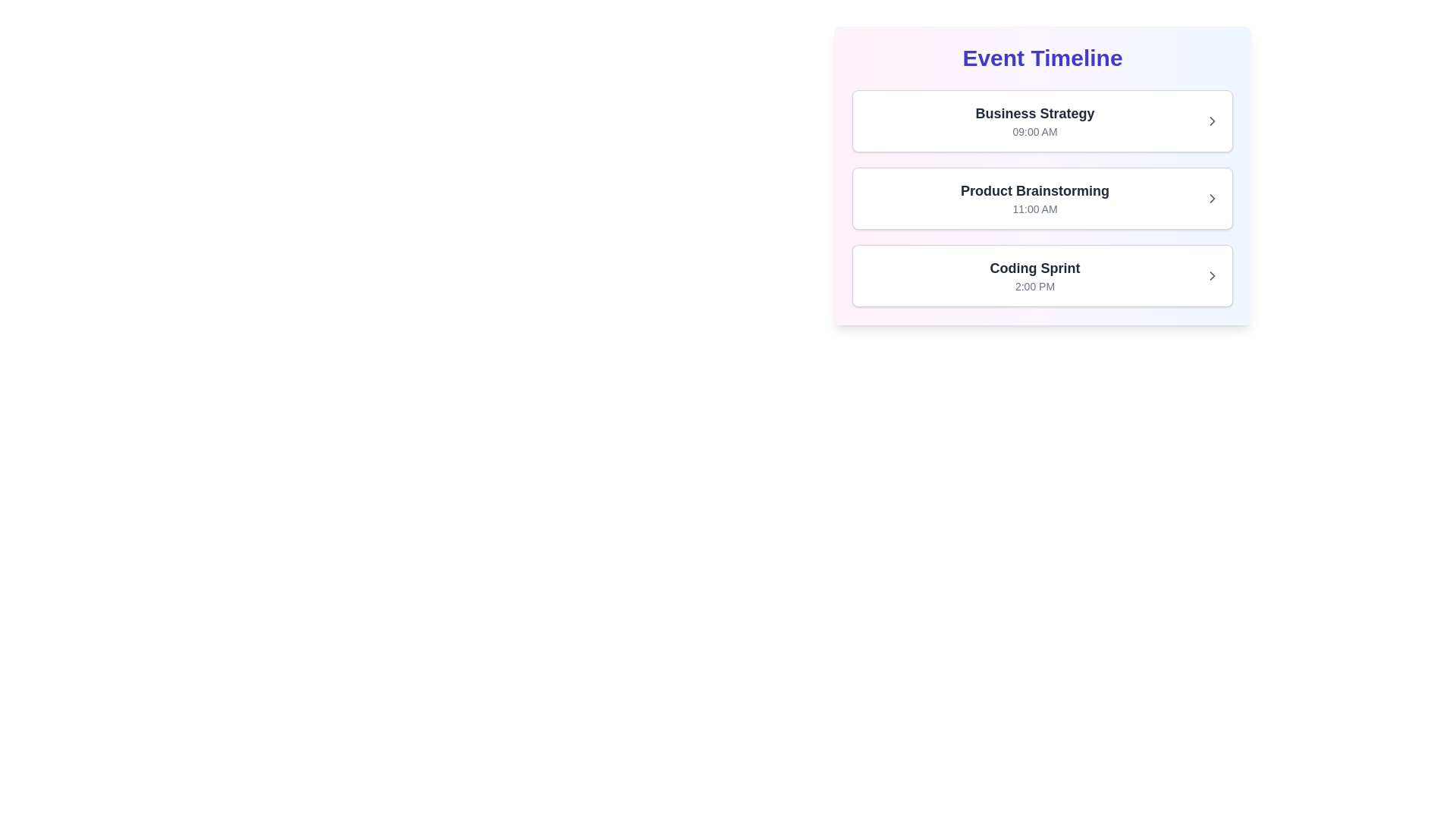 This screenshot has height=819, width=1456. I want to click on title text of the event within the 'Event Timeline' panel, located above '11:00 AM' and below 'Event Timeline', so click(1034, 190).